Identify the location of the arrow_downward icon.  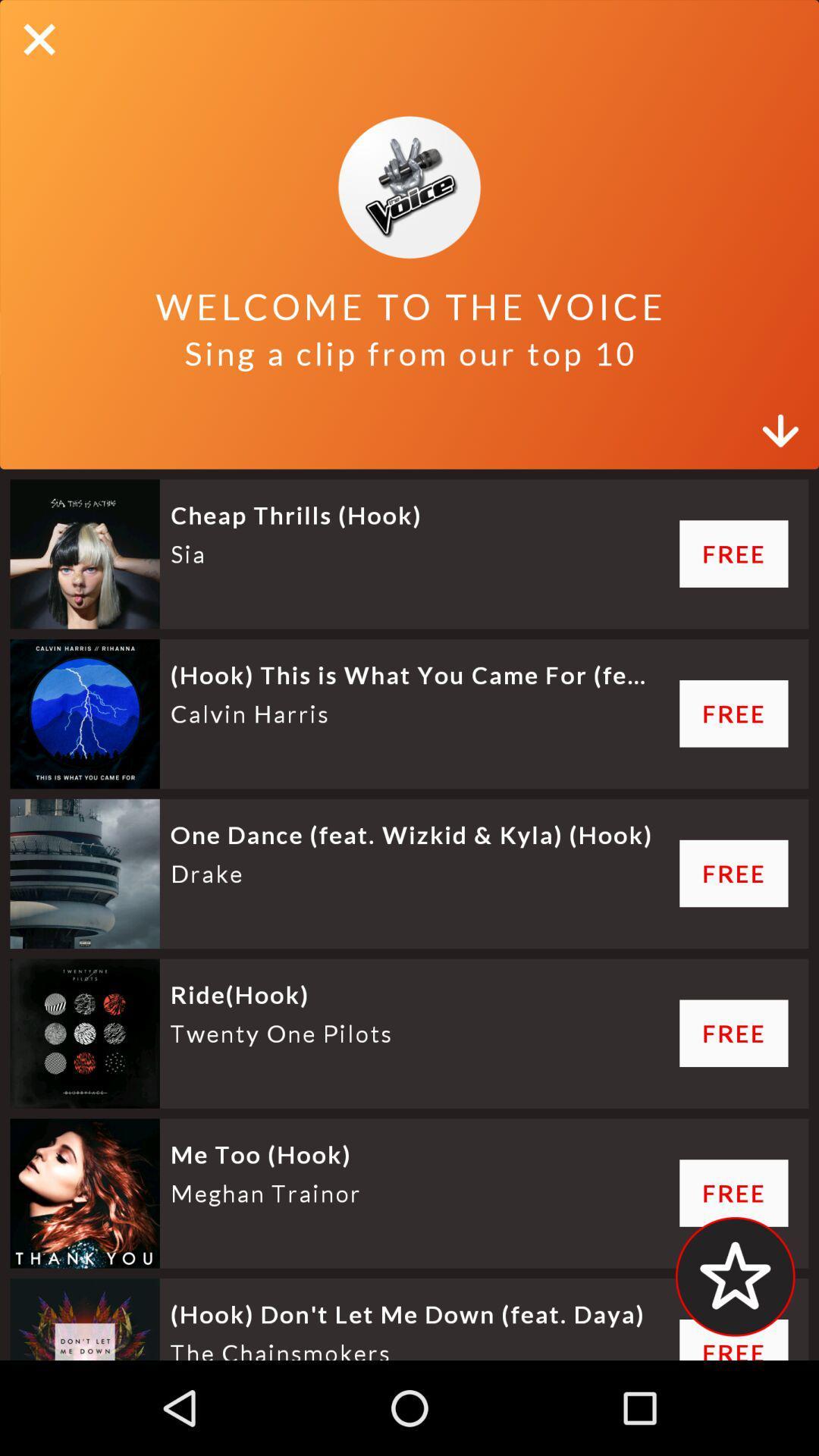
(783, 422).